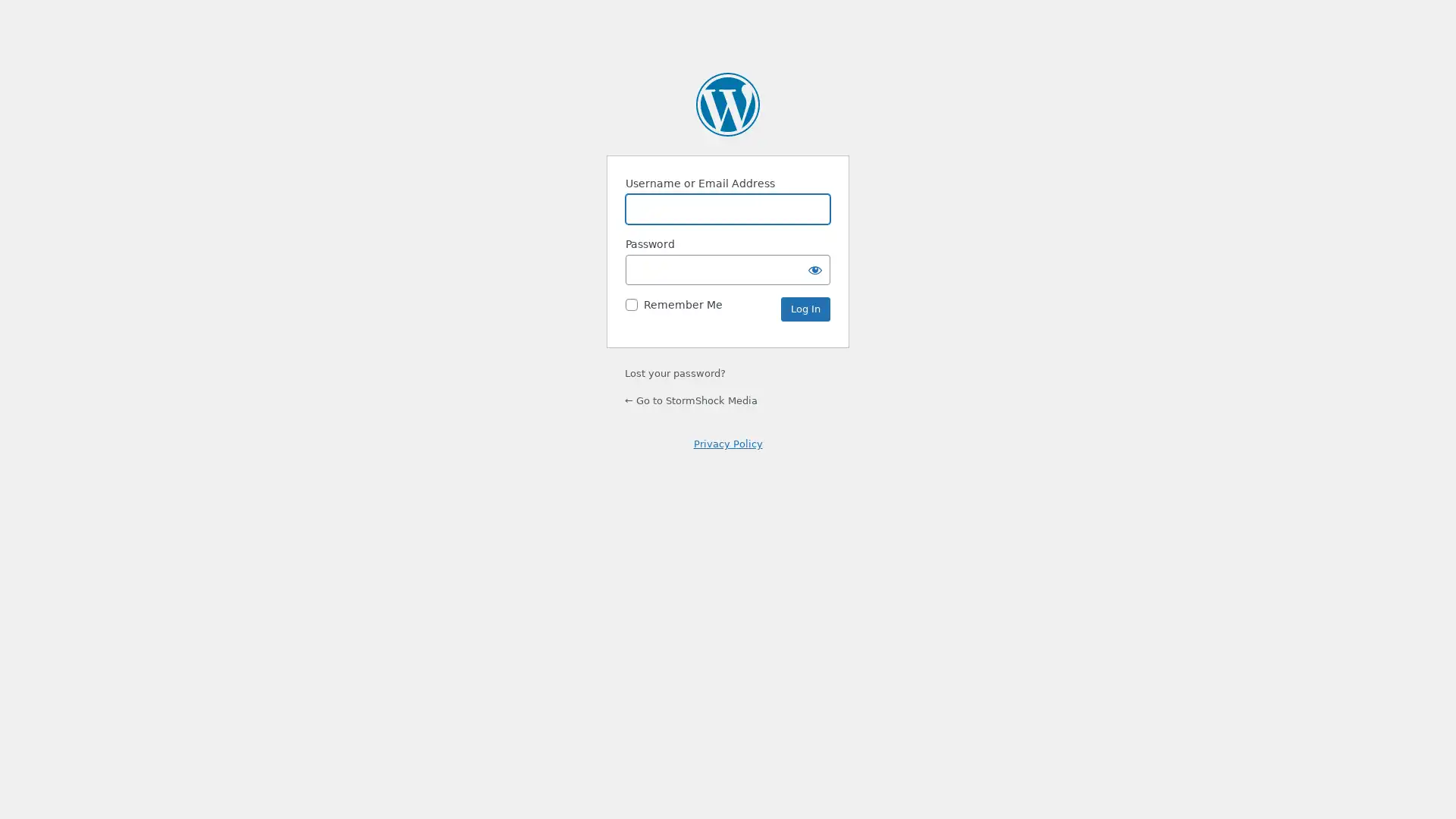  Describe the element at coordinates (814, 268) in the screenshot. I see `Show password` at that location.